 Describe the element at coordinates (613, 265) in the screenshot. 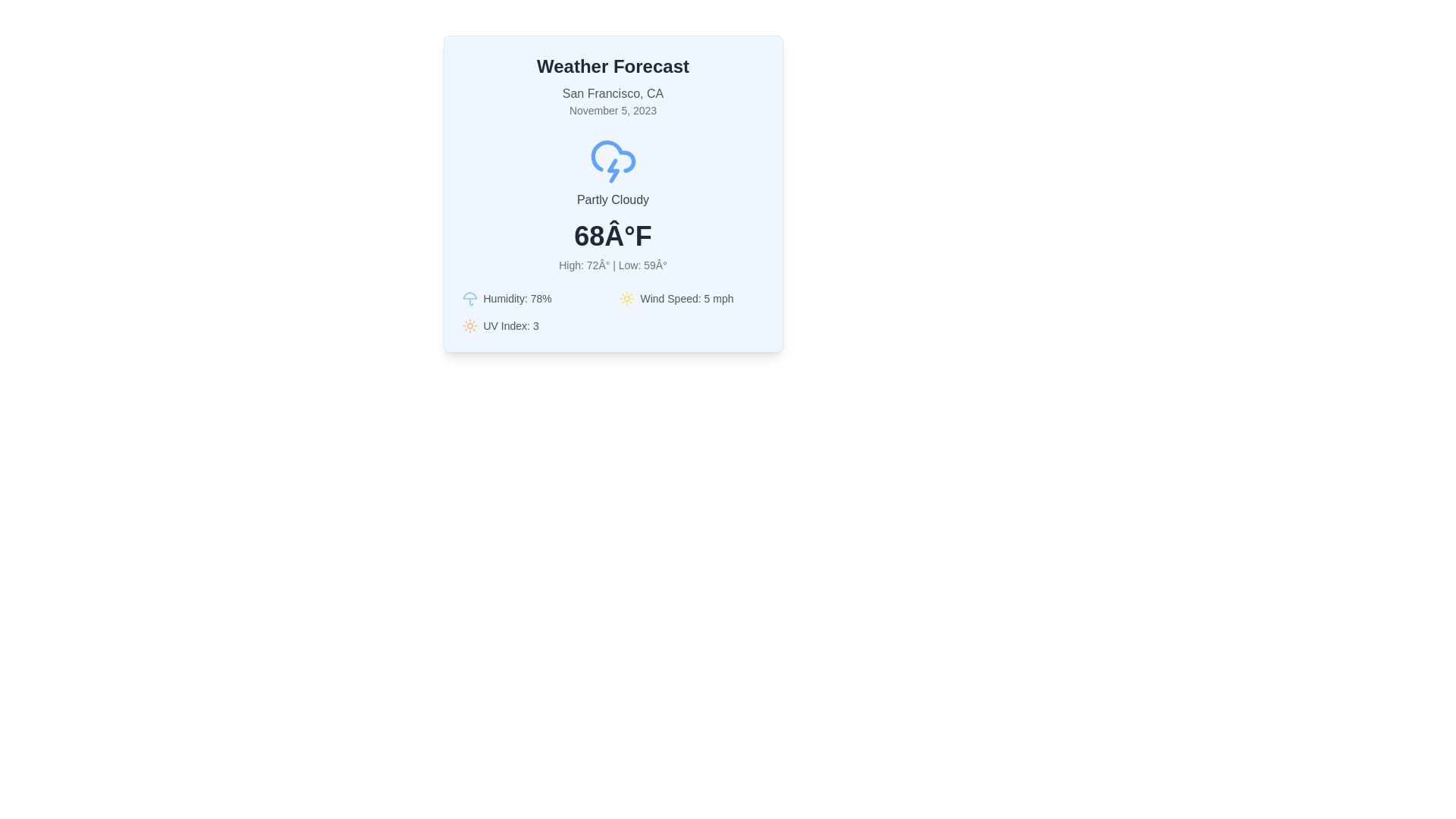

I see `the textual display showing 'High: 72° | Low: 59°' located below the temperature display within the weather information card` at that location.